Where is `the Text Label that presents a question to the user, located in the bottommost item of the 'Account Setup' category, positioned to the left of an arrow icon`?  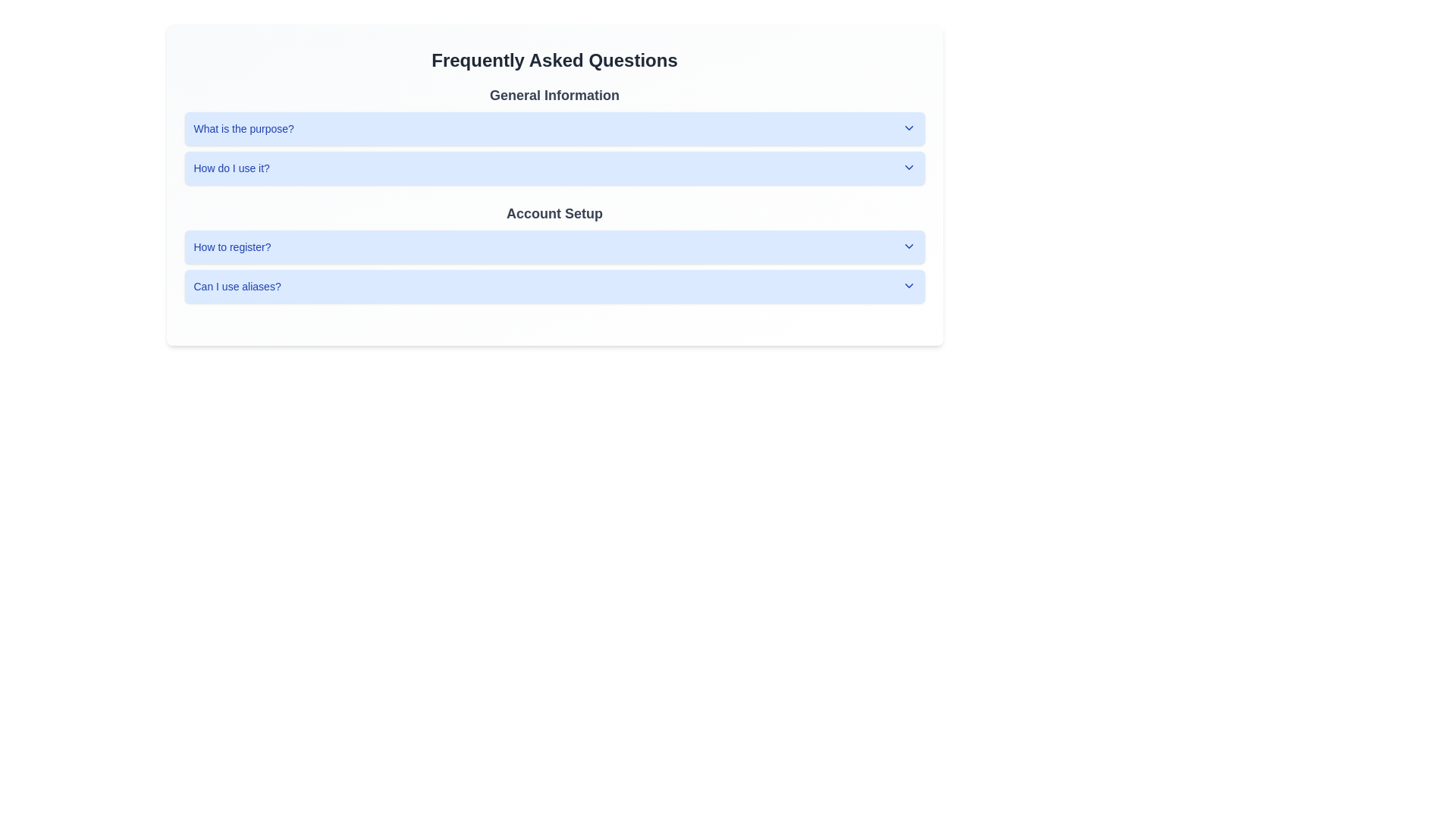 the Text Label that presents a question to the user, located in the bottommost item of the 'Account Setup' category, positioned to the left of an arrow icon is located at coordinates (237, 287).